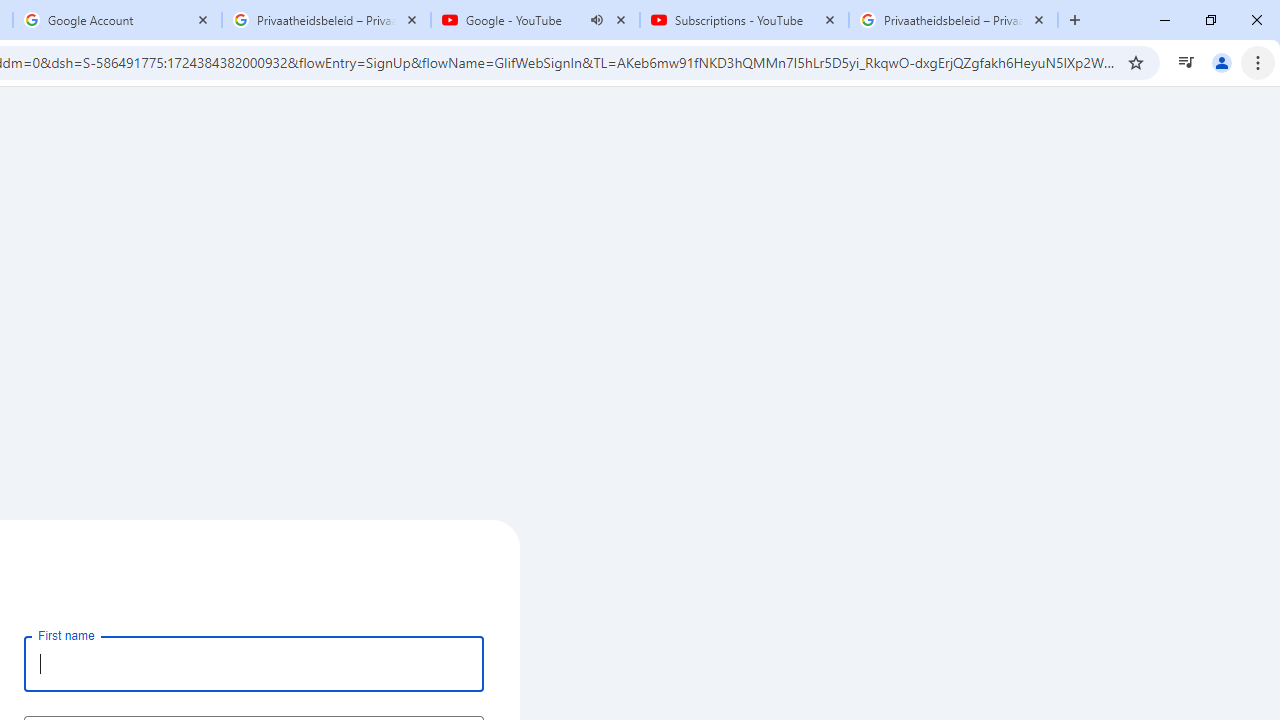 The width and height of the screenshot is (1280, 720). I want to click on 'First name', so click(253, 663).